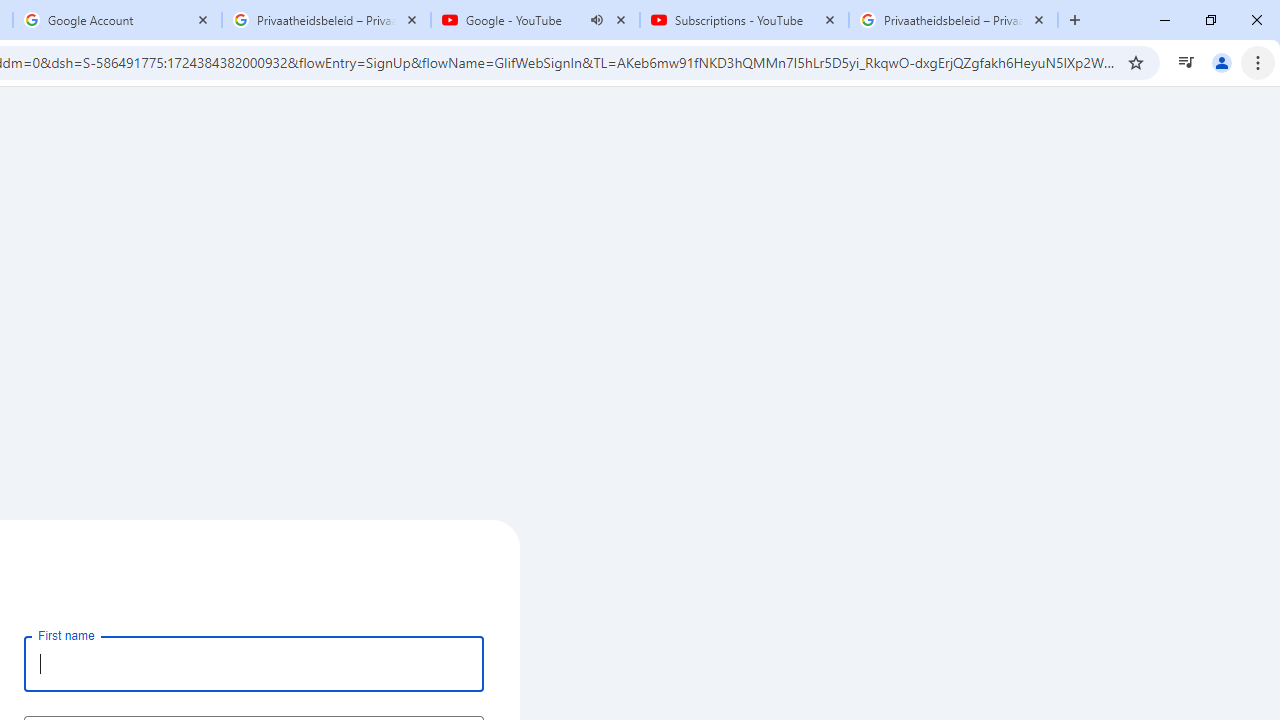 The width and height of the screenshot is (1280, 720). I want to click on 'First name', so click(253, 663).